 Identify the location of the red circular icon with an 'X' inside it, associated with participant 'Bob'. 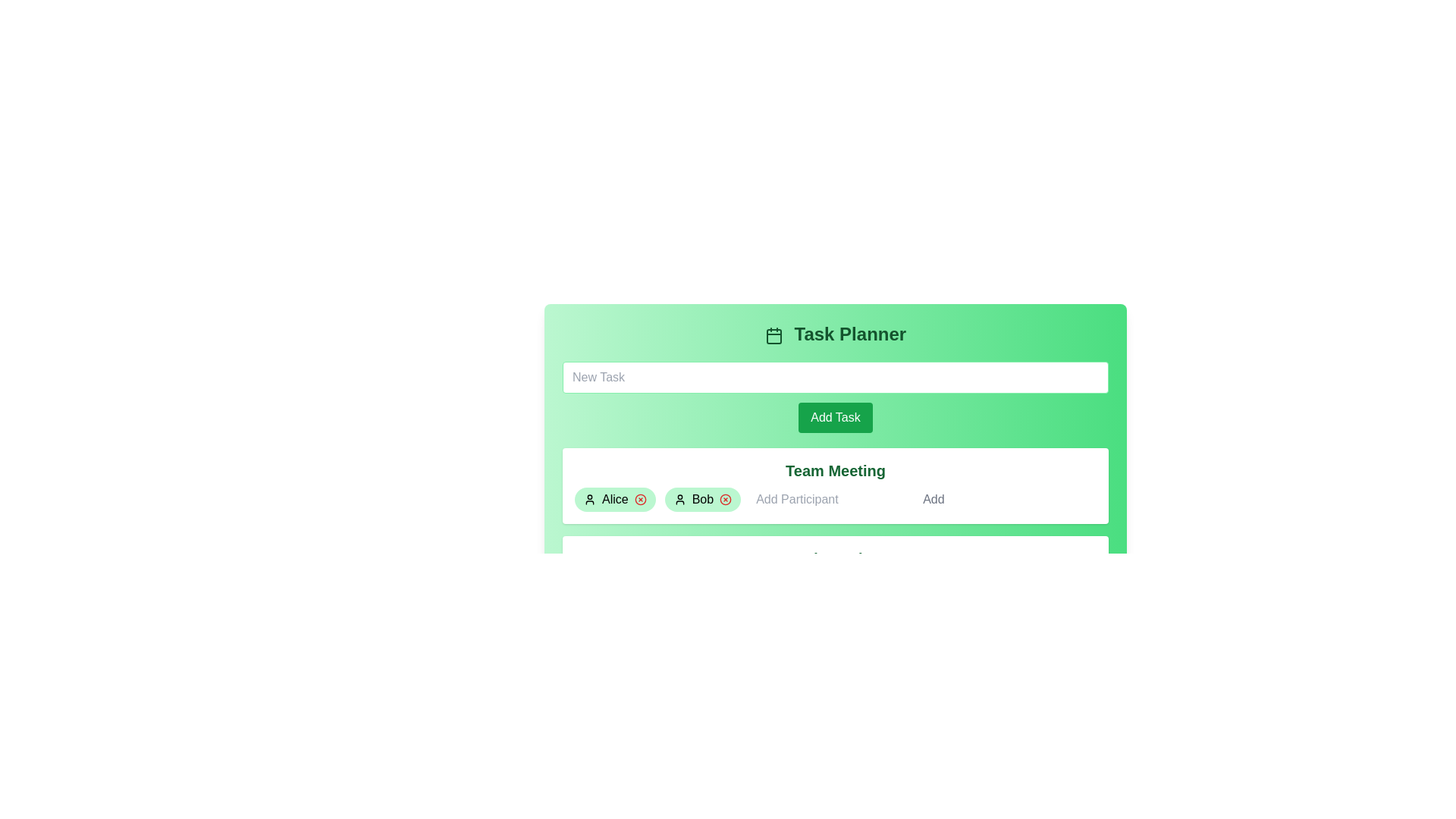
(725, 500).